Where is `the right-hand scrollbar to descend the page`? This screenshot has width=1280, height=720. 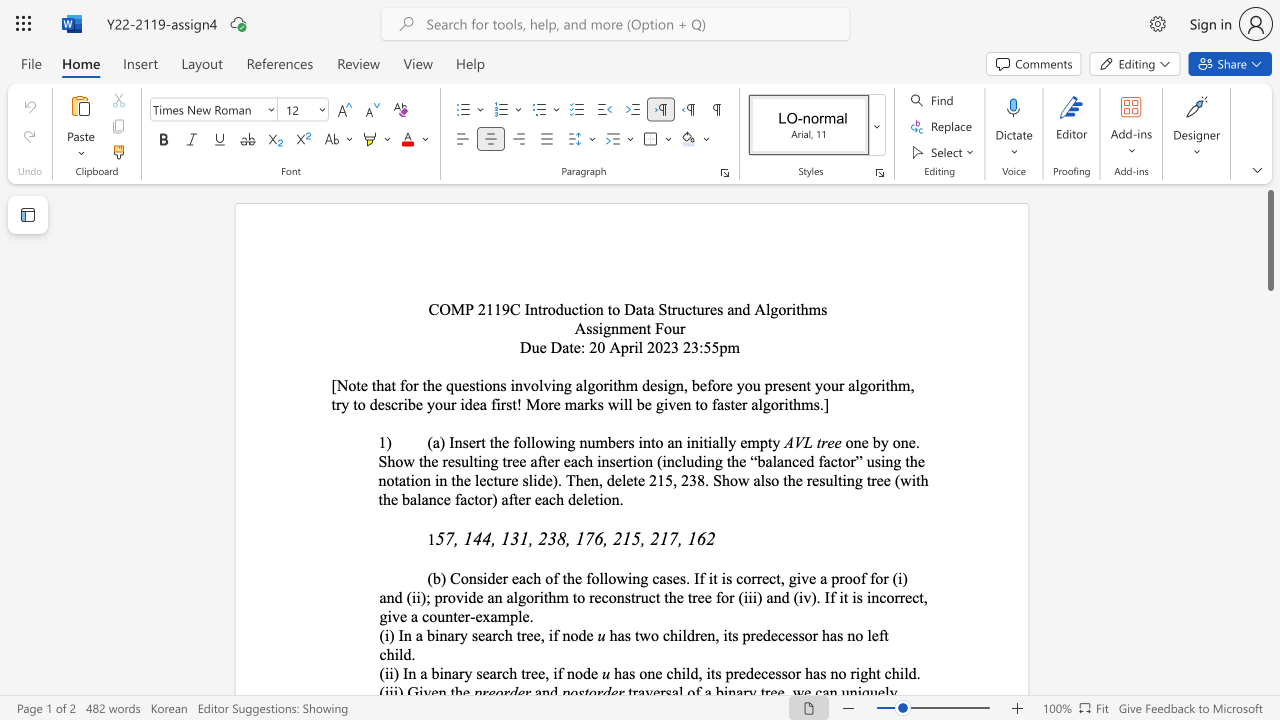 the right-hand scrollbar to descend the page is located at coordinates (1269, 348).